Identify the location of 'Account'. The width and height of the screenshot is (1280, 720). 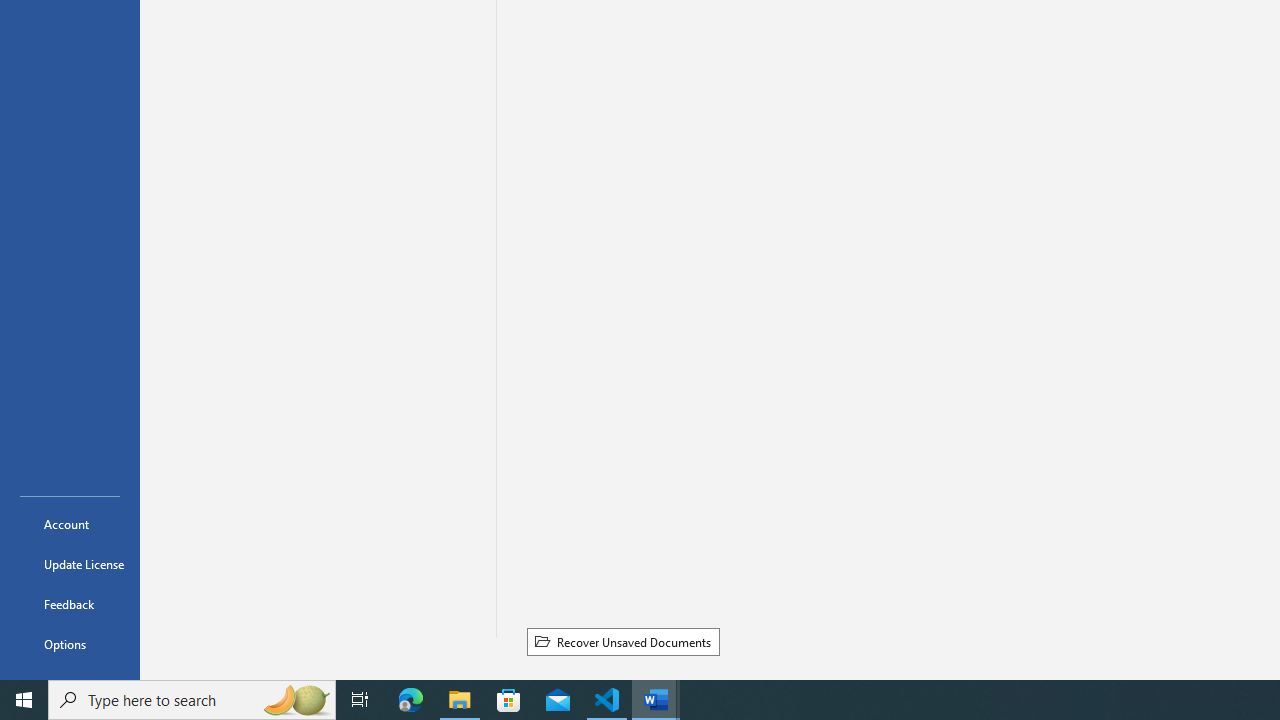
(69, 523).